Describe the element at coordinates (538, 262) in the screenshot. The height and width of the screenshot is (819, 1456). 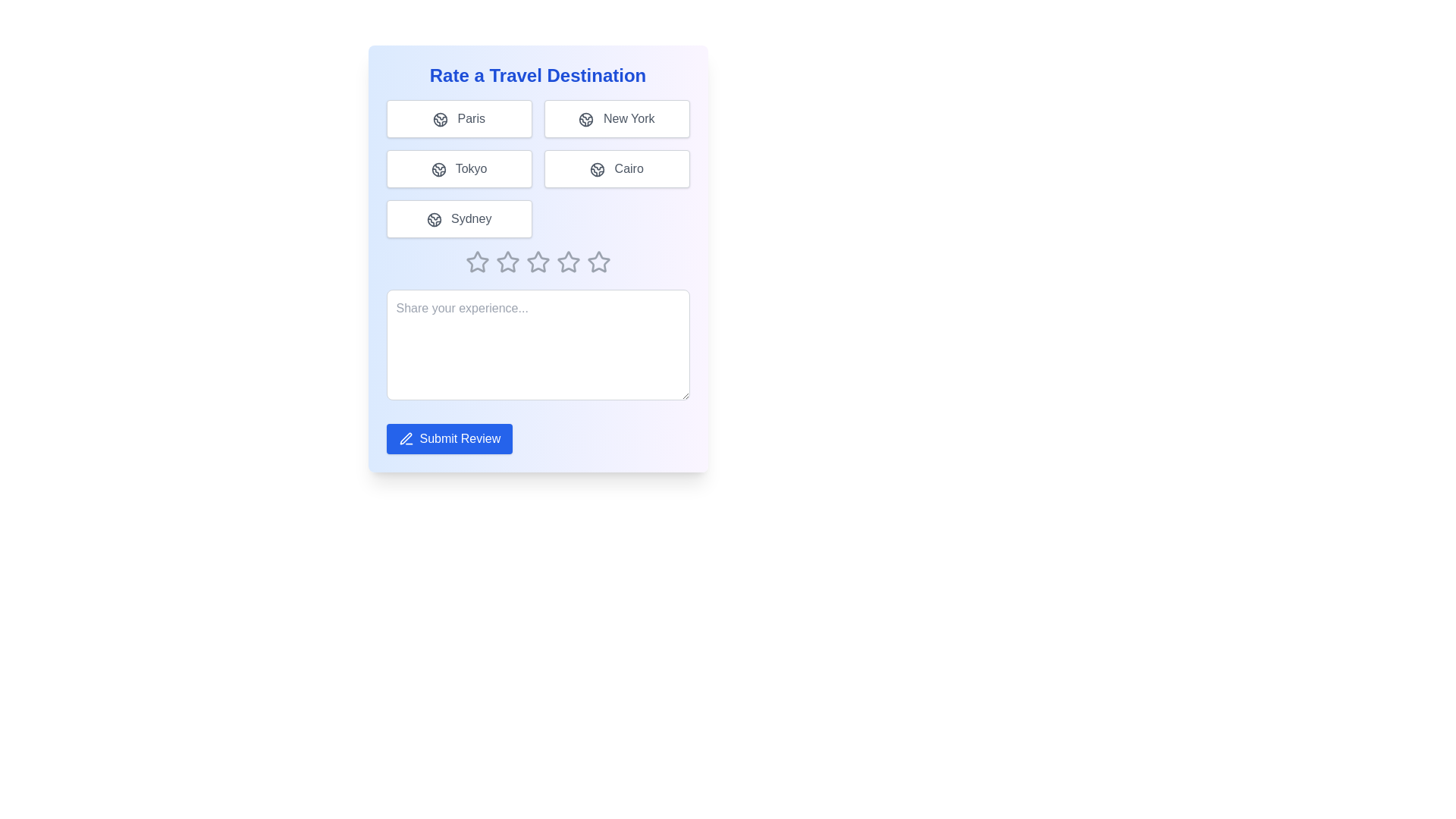
I see `the fourth star icon in the horizontal rating panel` at that location.